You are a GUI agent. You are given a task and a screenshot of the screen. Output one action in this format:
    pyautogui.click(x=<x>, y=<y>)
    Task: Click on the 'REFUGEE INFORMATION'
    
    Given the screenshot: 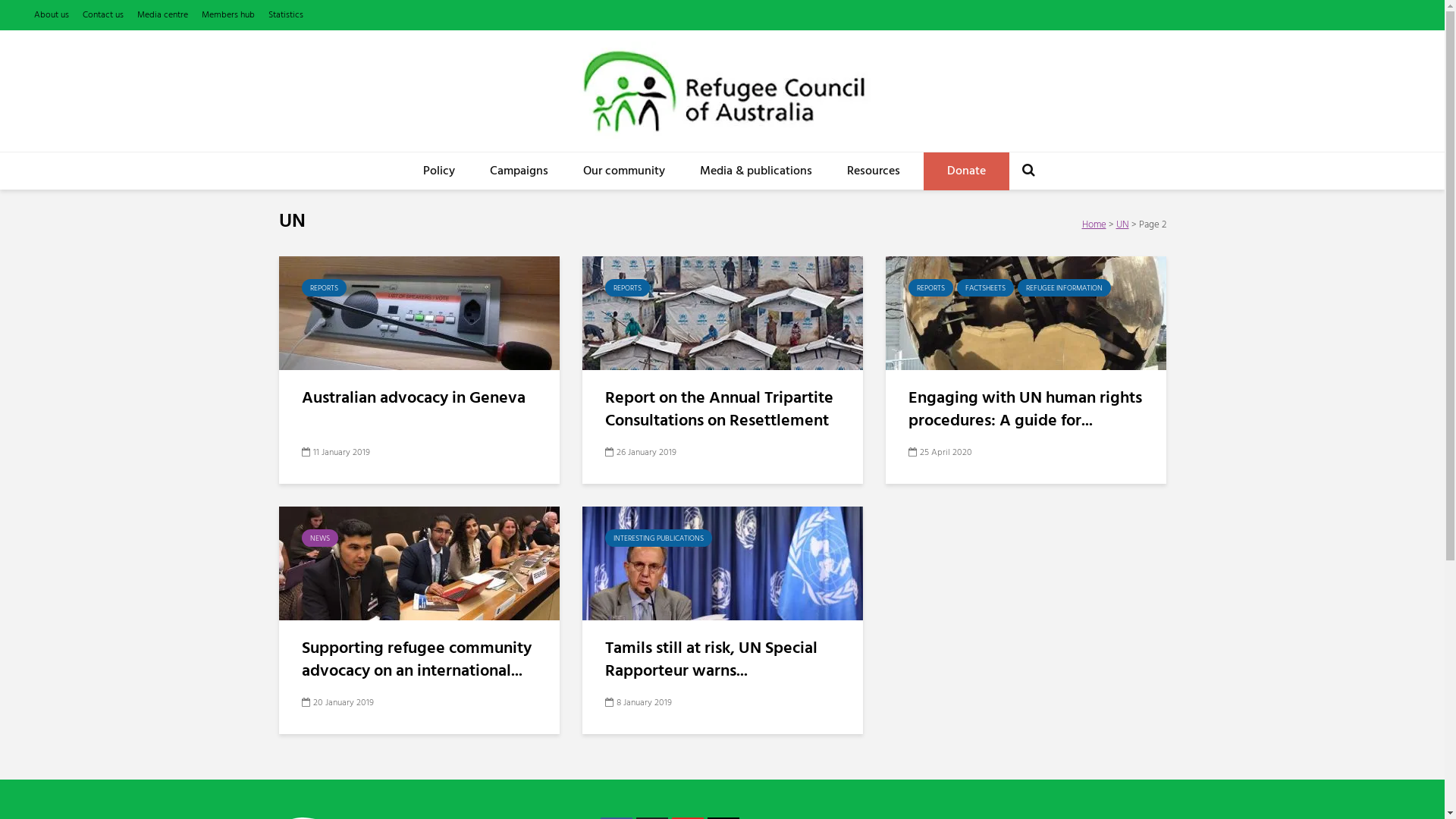 What is the action you would take?
    pyautogui.click(x=1063, y=287)
    